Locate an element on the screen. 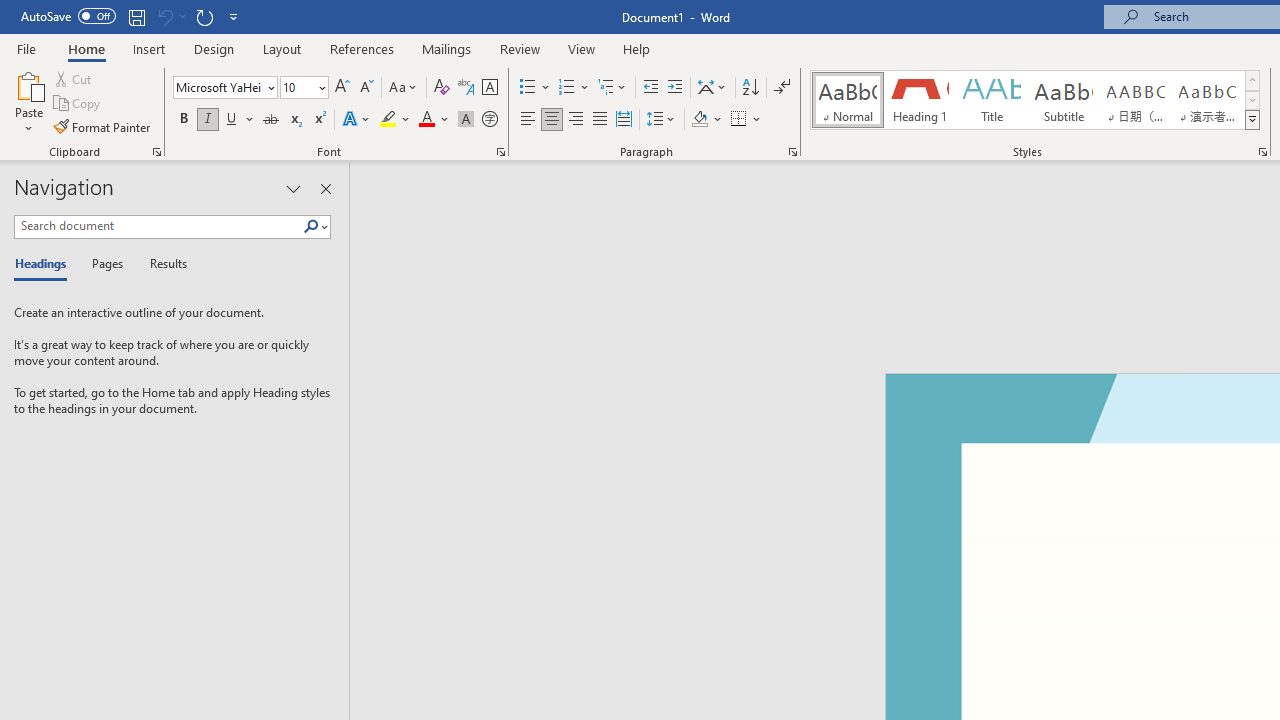  'Can' is located at coordinates (164, 16).